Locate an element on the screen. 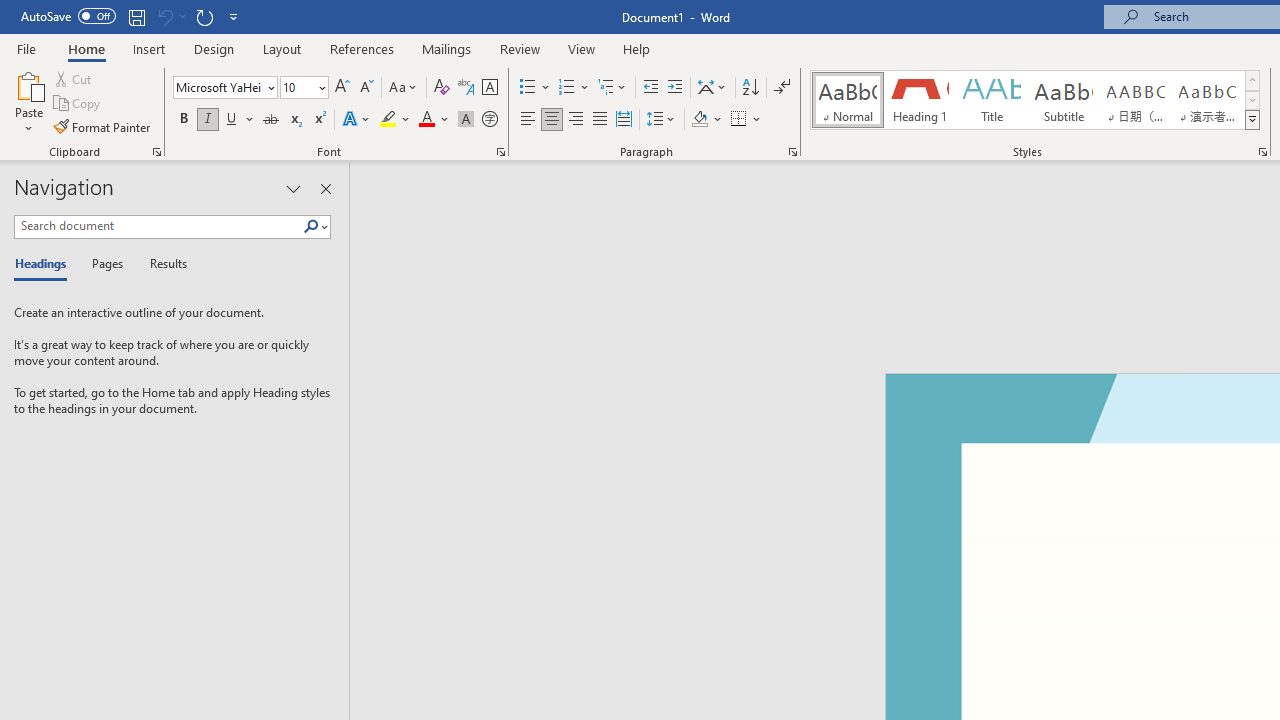  'Can' is located at coordinates (164, 16).